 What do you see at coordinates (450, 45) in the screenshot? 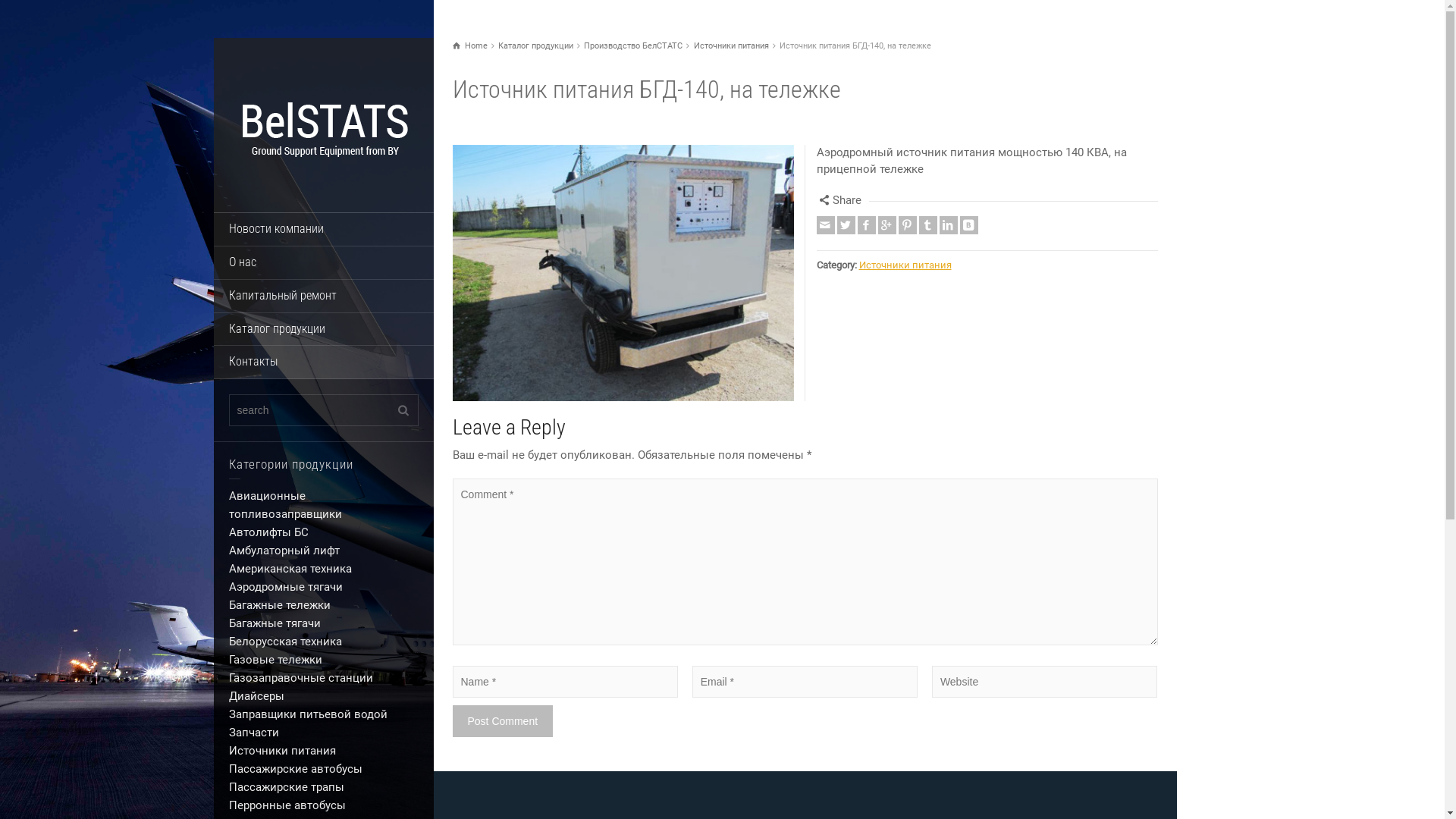
I see `'Home'` at bounding box center [450, 45].